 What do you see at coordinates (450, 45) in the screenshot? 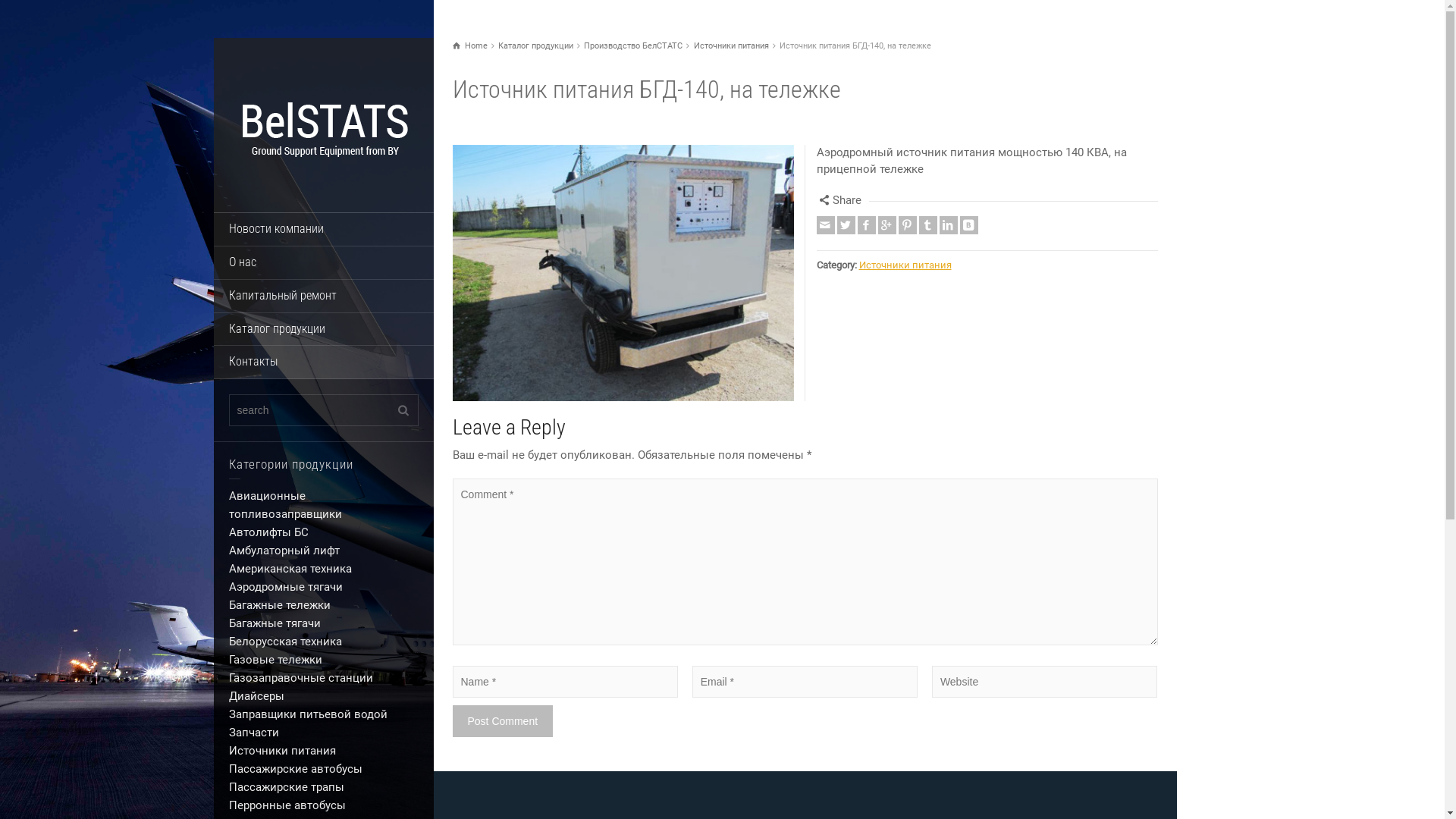
I see `'Home'` at bounding box center [450, 45].